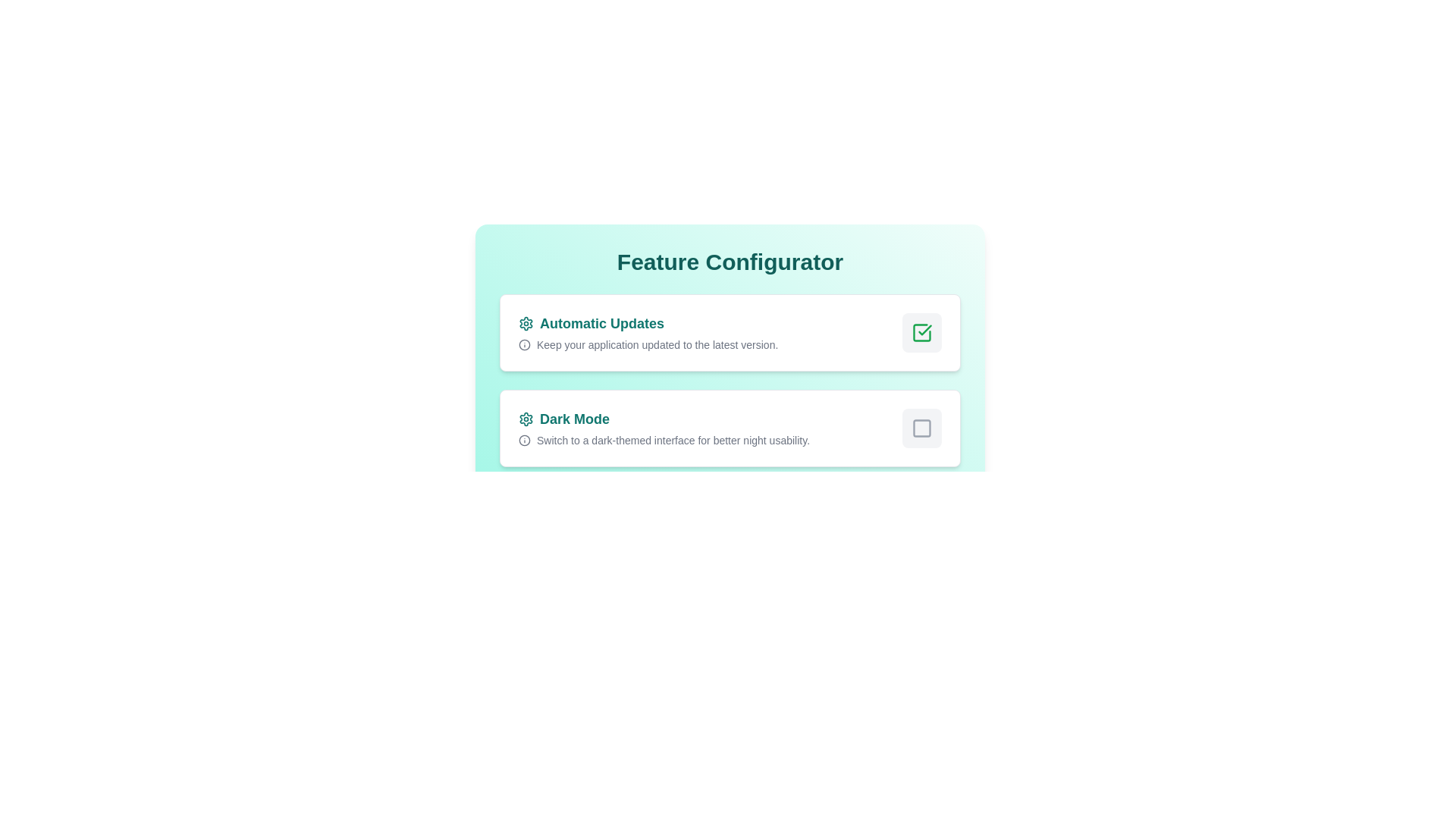 This screenshot has height=819, width=1456. Describe the element at coordinates (664, 441) in the screenshot. I see `the Text Label providing additional information about the 'Dark Mode' feature, which is positioned below the 'Dark Mode' label in a vertically stacked layout` at that location.